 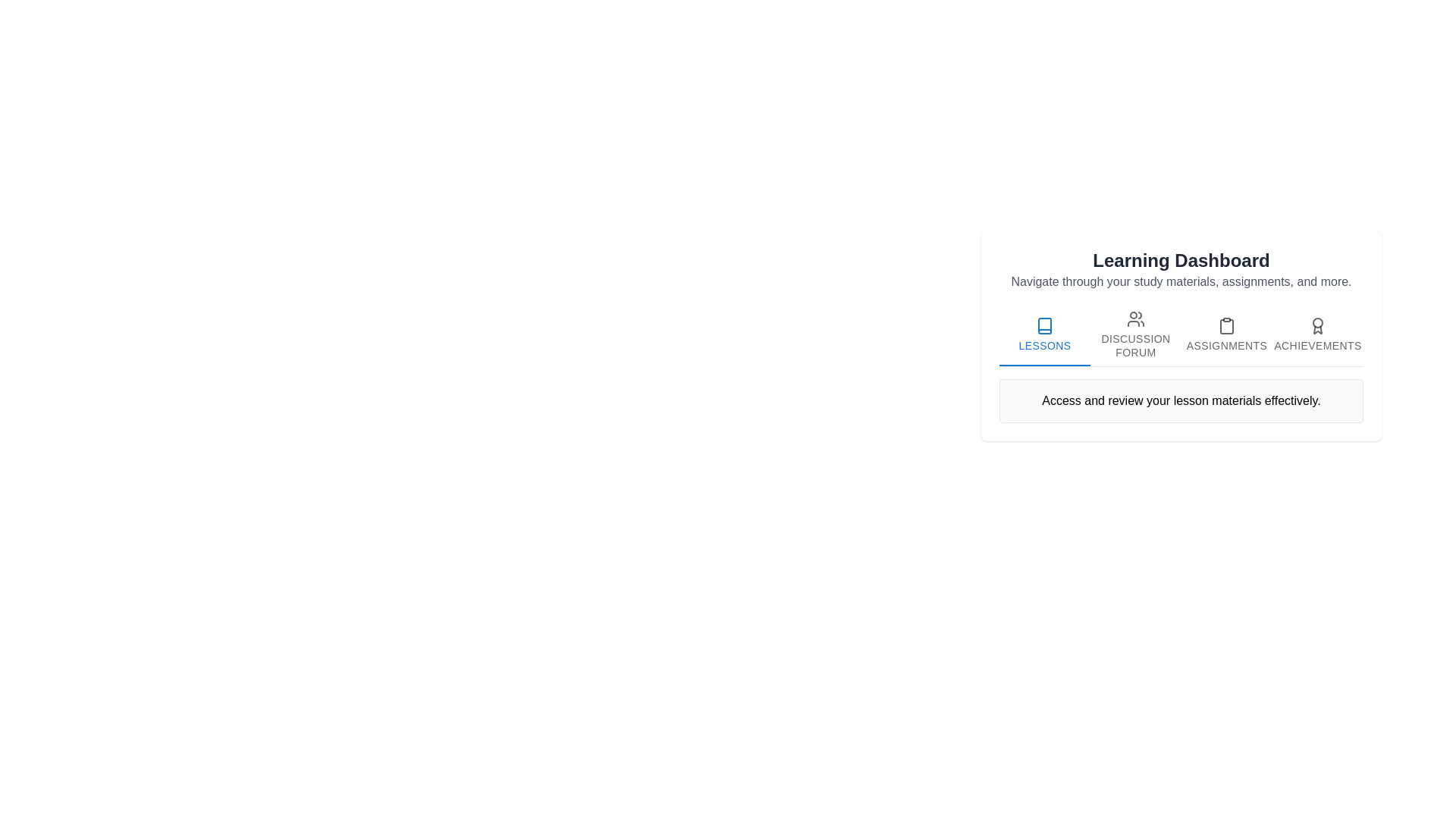 What do you see at coordinates (1043, 324) in the screenshot?
I see `the 'Lessons' icon located in the top-left corner of the menu section to navigate to the lessons section` at bounding box center [1043, 324].